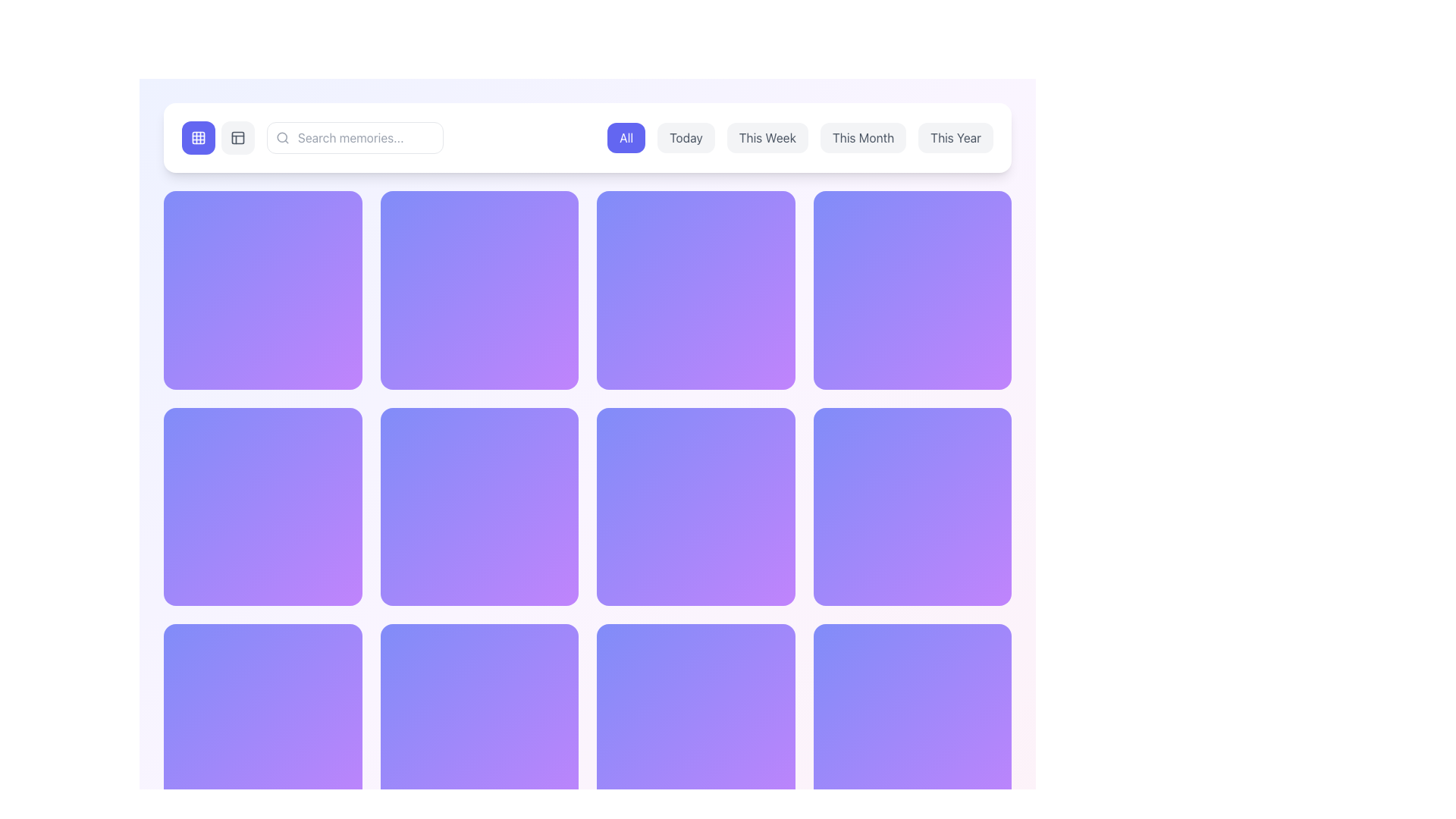 This screenshot has height=819, width=1456. Describe the element at coordinates (767, 137) in the screenshot. I see `the filter button that narrows down displayed content to entries from the current week, located between the 'Today' and 'This Month' buttons` at that location.